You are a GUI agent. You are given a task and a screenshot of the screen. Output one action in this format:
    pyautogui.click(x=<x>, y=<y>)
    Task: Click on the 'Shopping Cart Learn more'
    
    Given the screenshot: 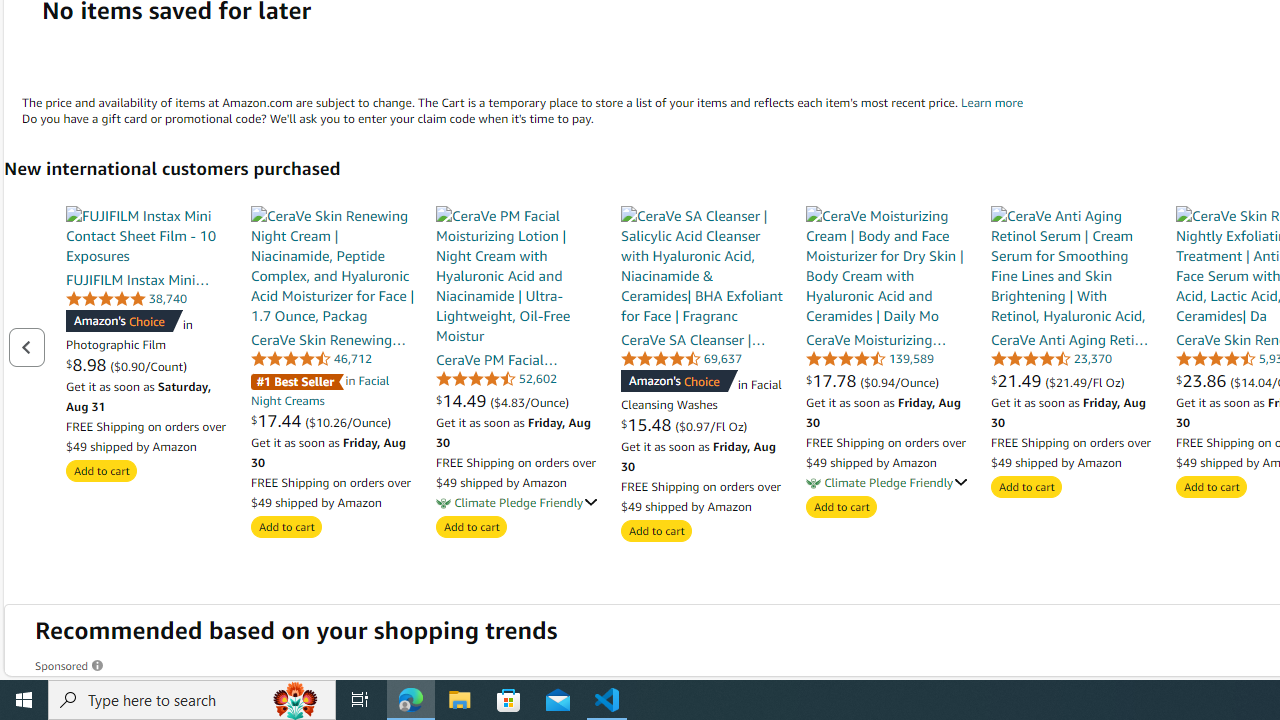 What is the action you would take?
    pyautogui.click(x=992, y=102)
    